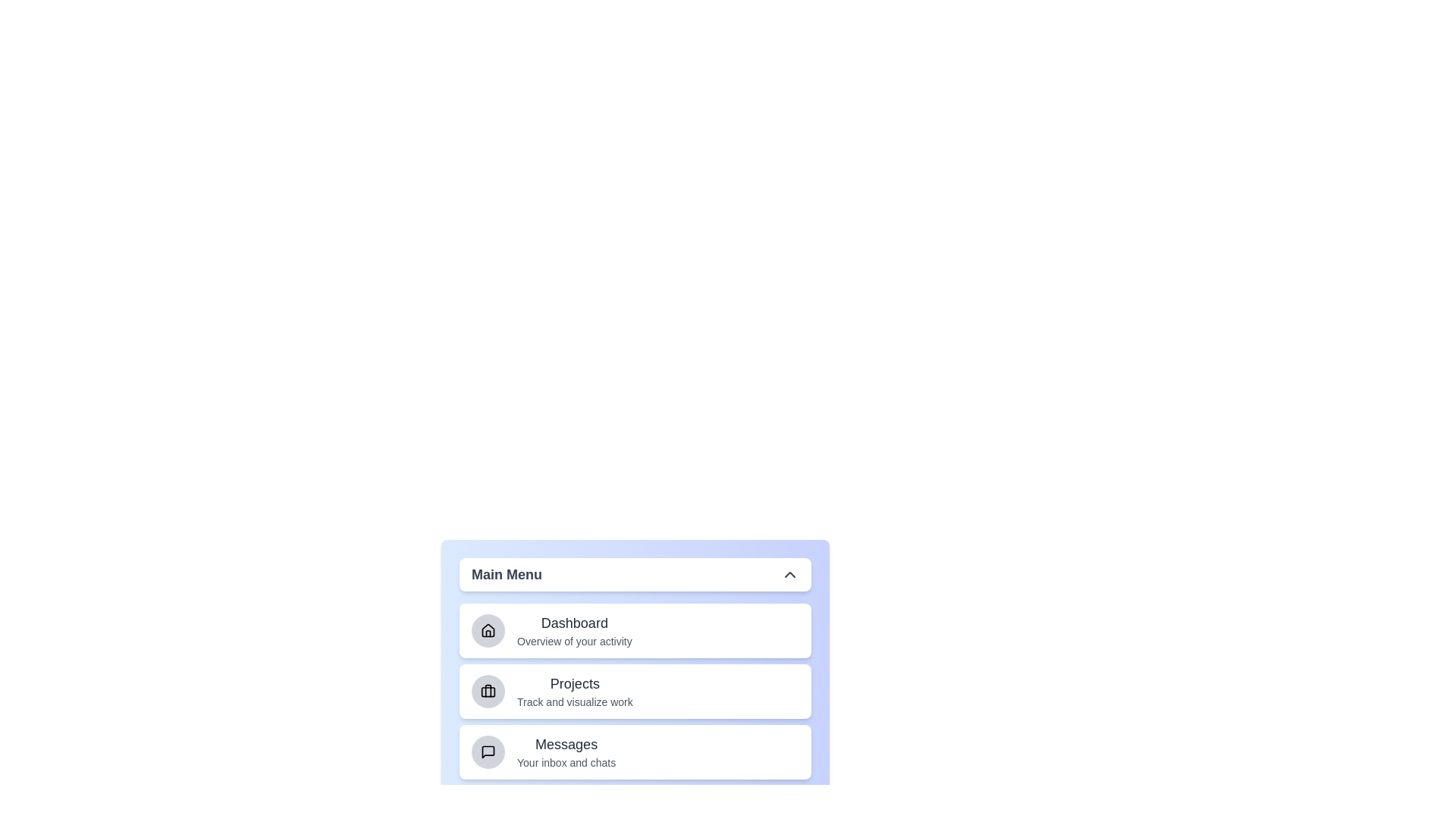 The height and width of the screenshot is (819, 1456). What do you see at coordinates (488, 691) in the screenshot?
I see `the icon beside the menu item Projects` at bounding box center [488, 691].